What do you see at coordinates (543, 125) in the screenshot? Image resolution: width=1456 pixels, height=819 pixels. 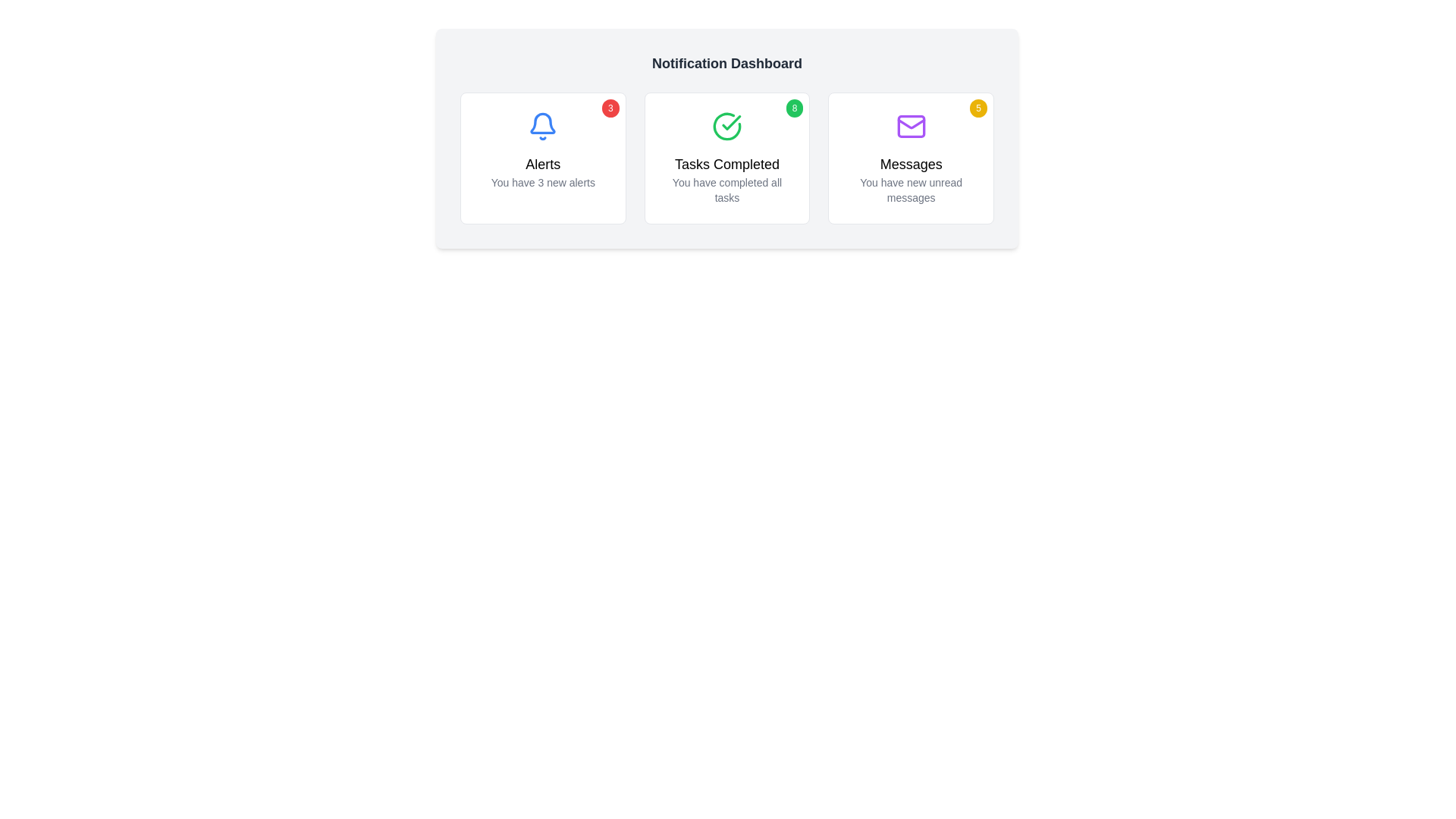 I see `the content of the blue bell icon located at the top center of the 'Alerts' card in the Notification Dashboard` at bounding box center [543, 125].